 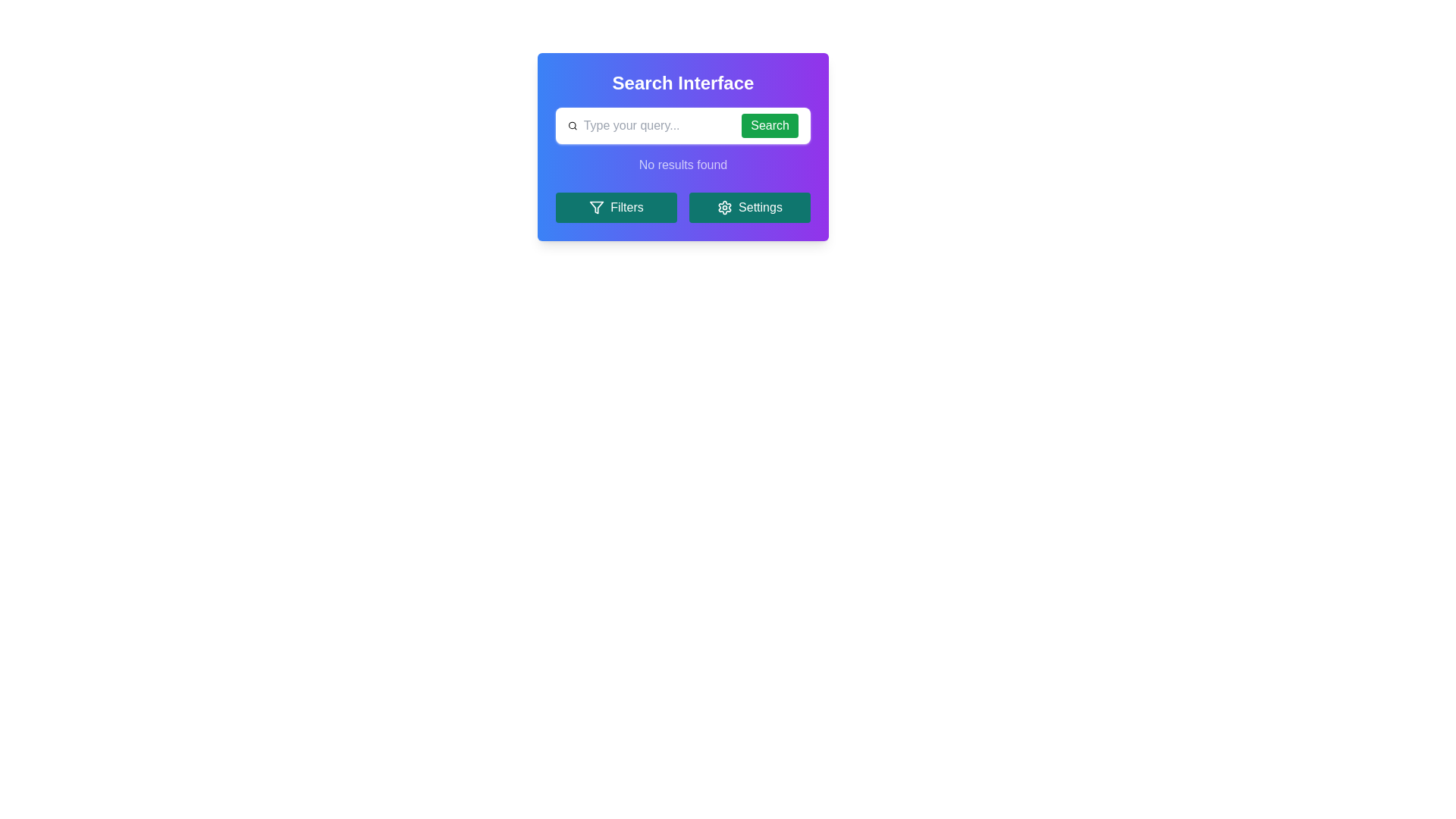 I want to click on the textual label displaying 'No results found' which is located beneath the search bar and above the 'Filters' and 'Settings' buttons, so click(x=682, y=165).